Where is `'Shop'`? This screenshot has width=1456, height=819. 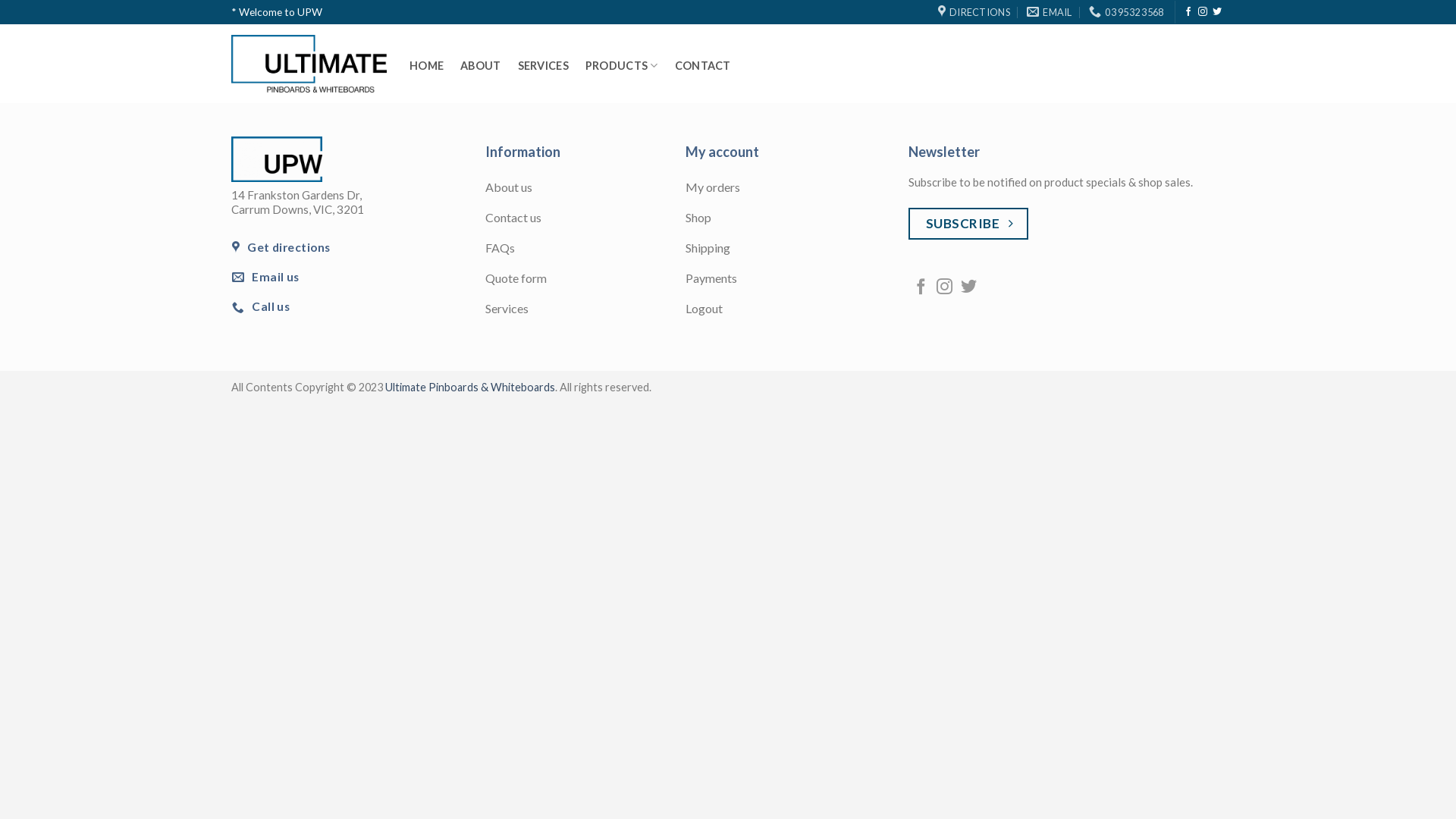 'Shop' is located at coordinates (684, 219).